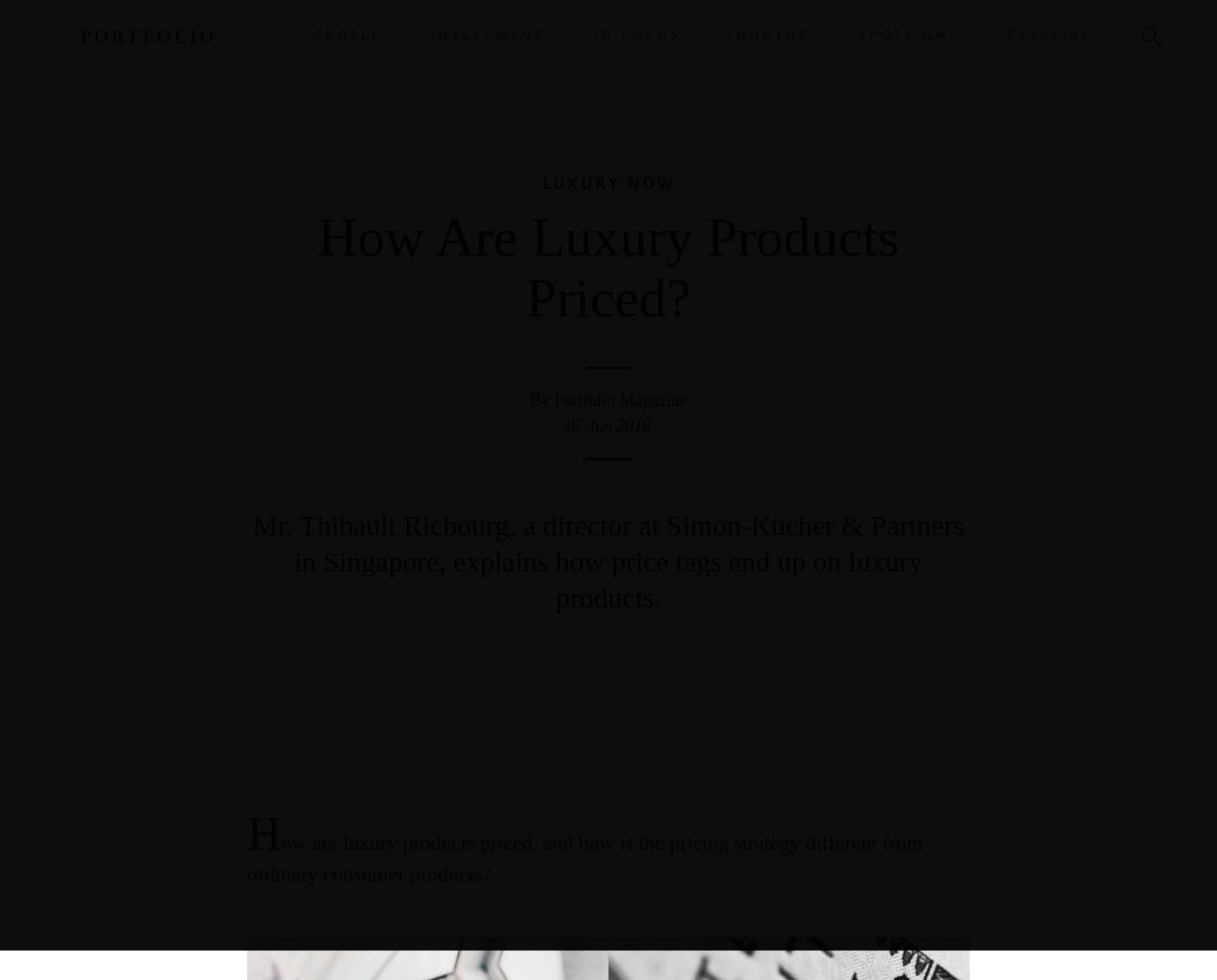 The image size is (1217, 980). I want to click on 'How Are Luxury Products Priced?', so click(607, 267).